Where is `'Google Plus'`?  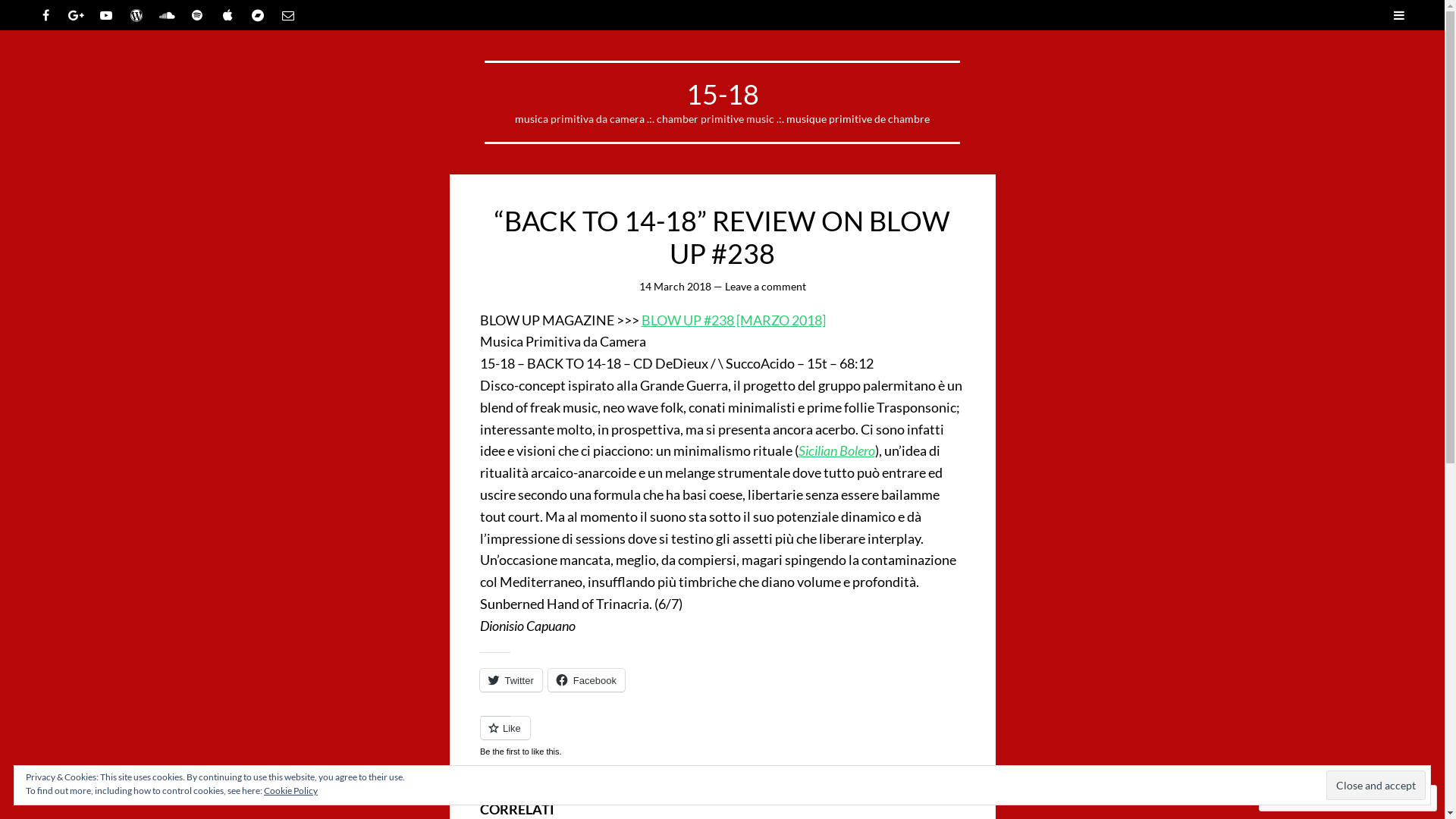
'Google Plus' is located at coordinates (75, 14).